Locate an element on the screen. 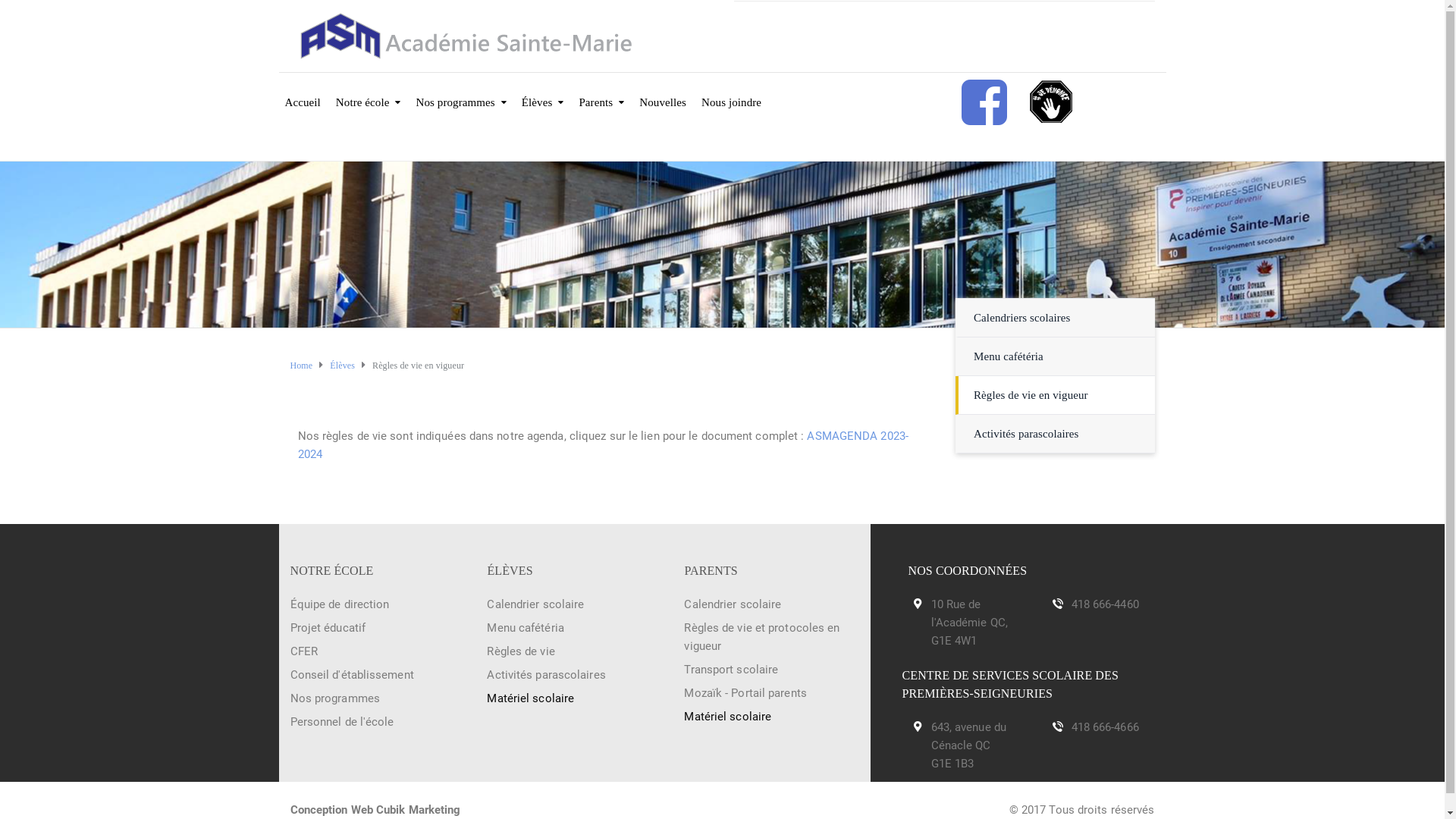 This screenshot has height=819, width=1456. 'Nous joindre' is located at coordinates (701, 92).